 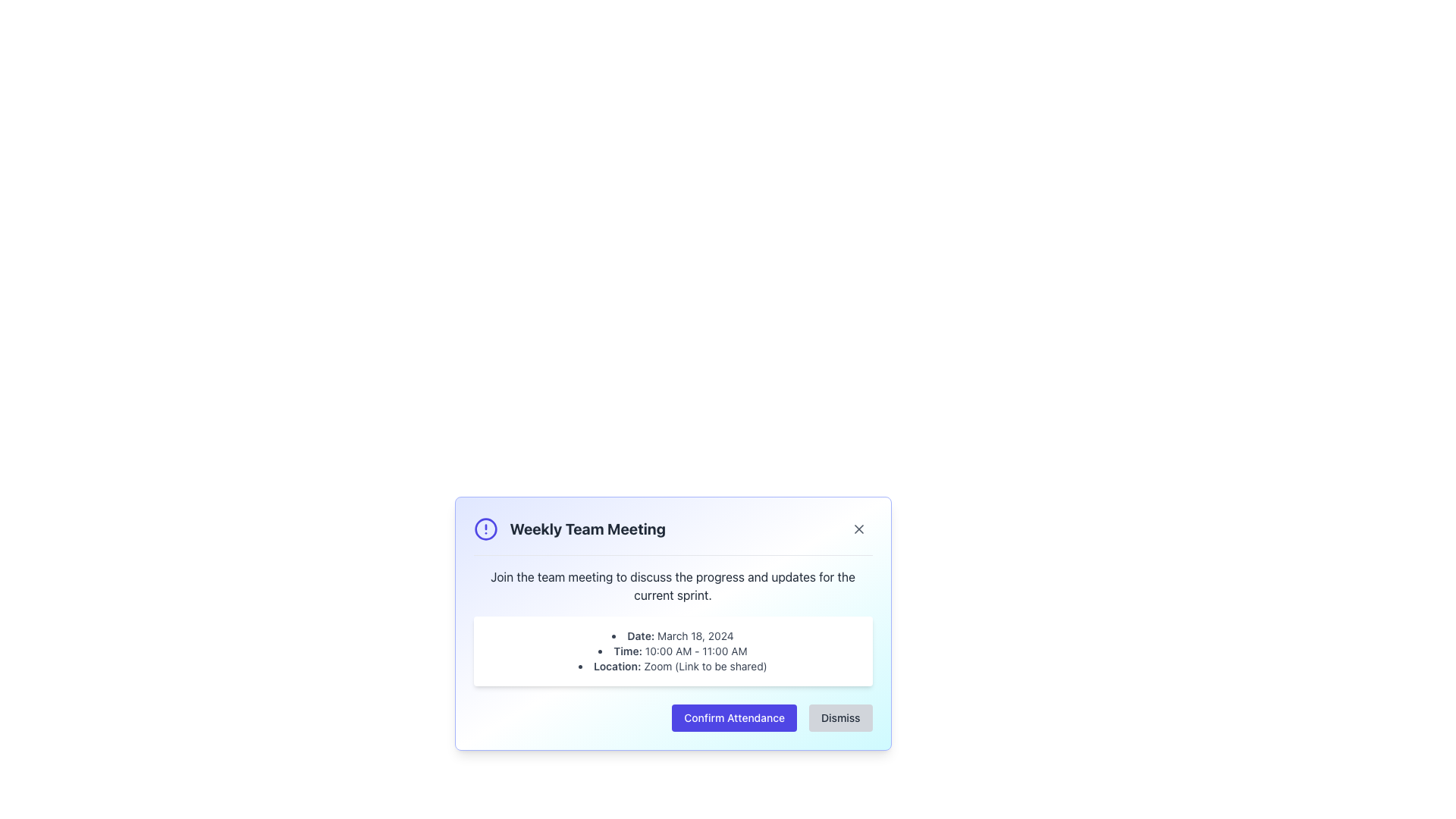 I want to click on the 'Confirm Attendance' button, which has a vibrant purple background and white text, located at the bottom right of the dialog box, so click(x=734, y=717).